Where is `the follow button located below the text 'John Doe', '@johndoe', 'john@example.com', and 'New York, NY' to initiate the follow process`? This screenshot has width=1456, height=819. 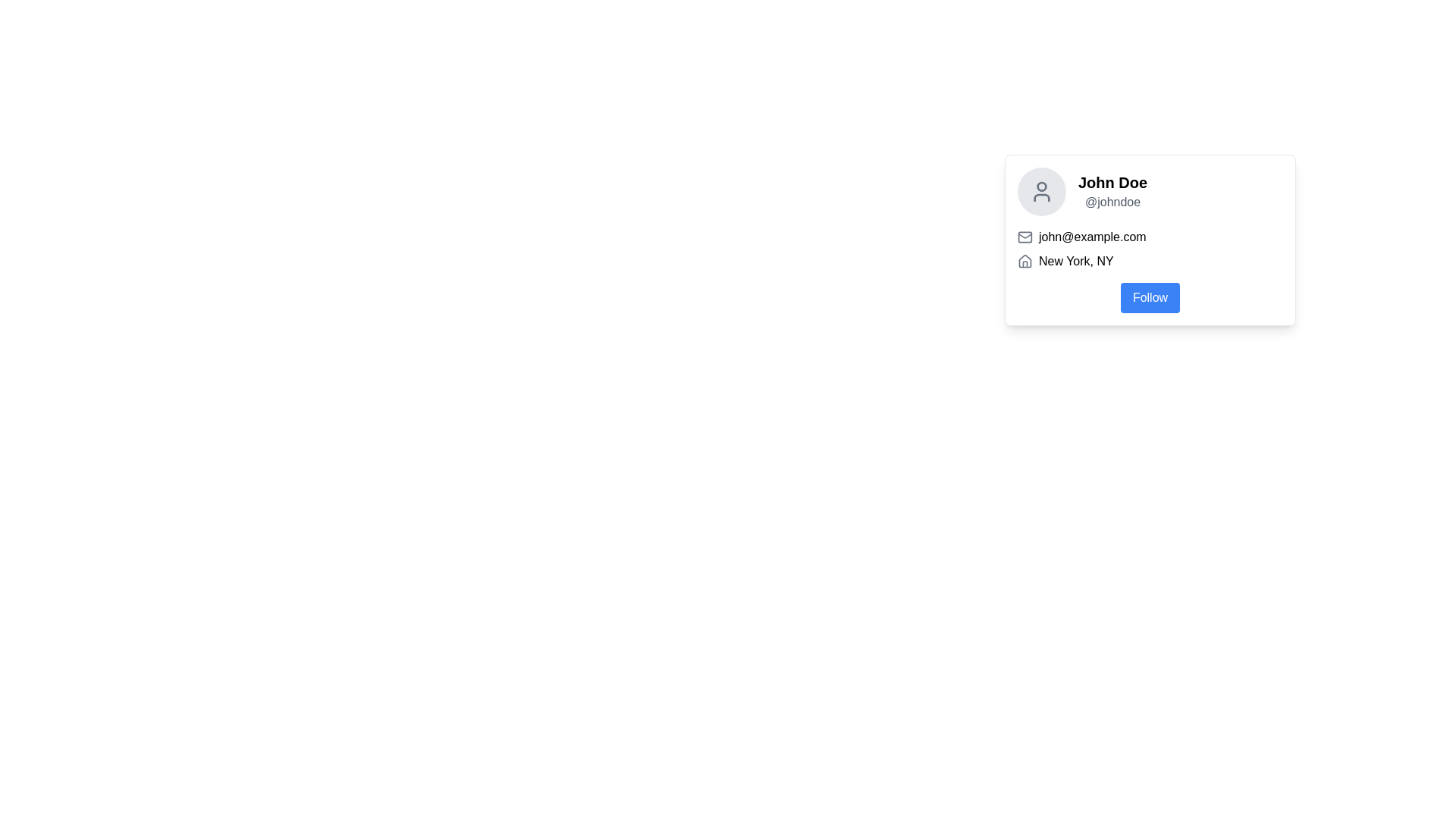 the follow button located below the text 'John Doe', '@johndoe', 'john@example.com', and 'New York, NY' to initiate the follow process is located at coordinates (1150, 298).